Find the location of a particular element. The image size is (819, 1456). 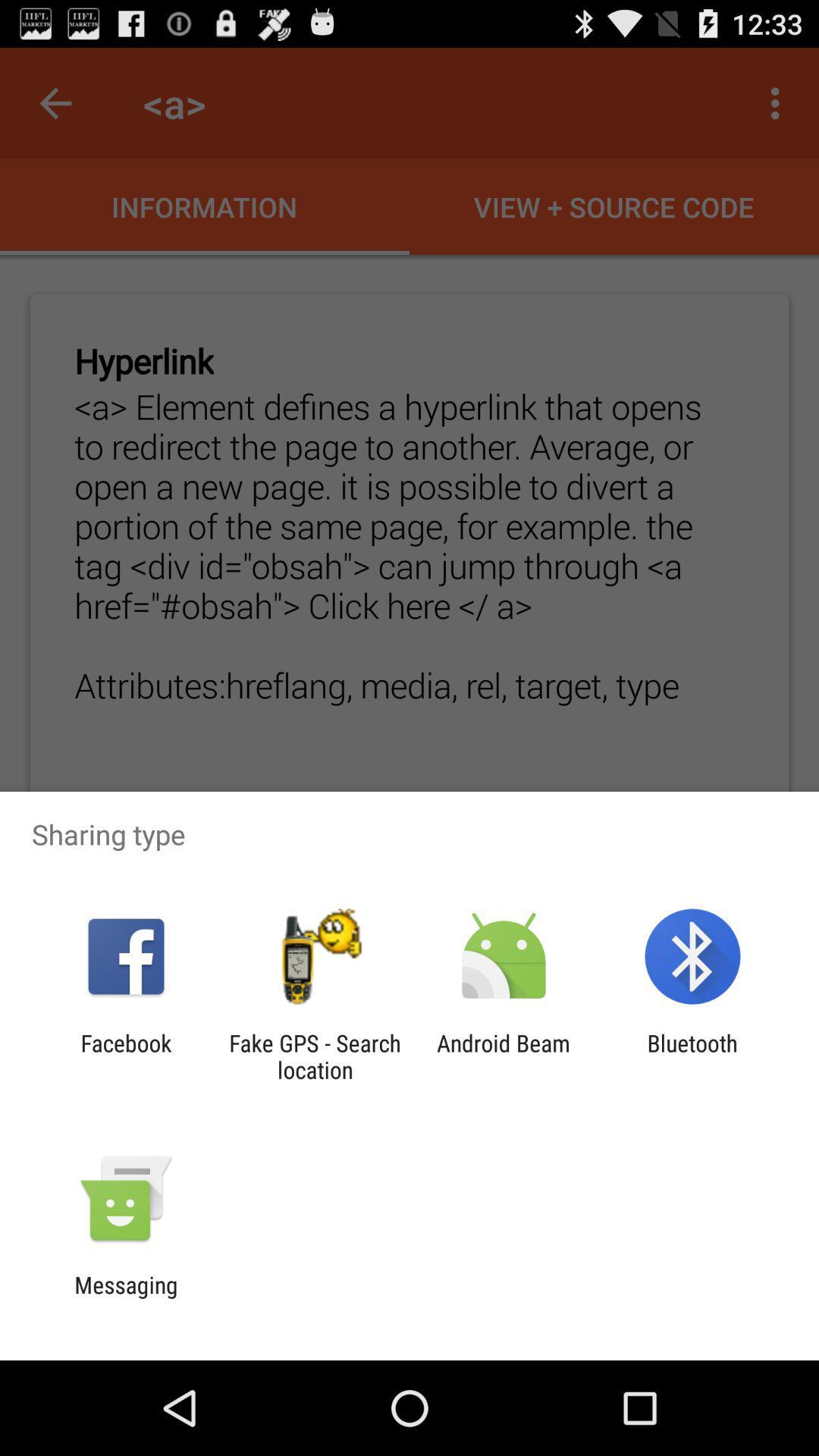

the fake gps search is located at coordinates (314, 1056).